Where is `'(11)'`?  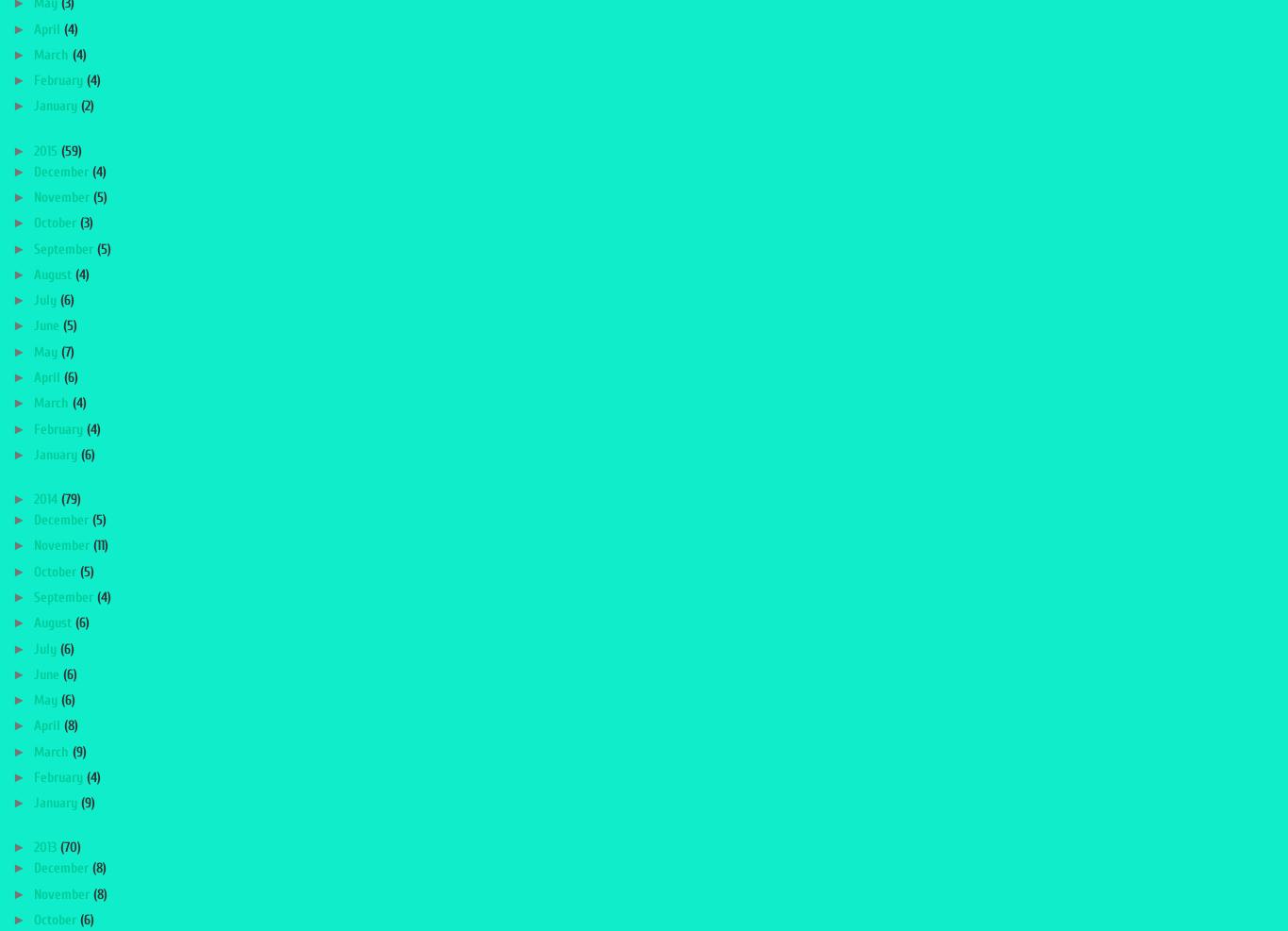 '(11)' is located at coordinates (91, 544).